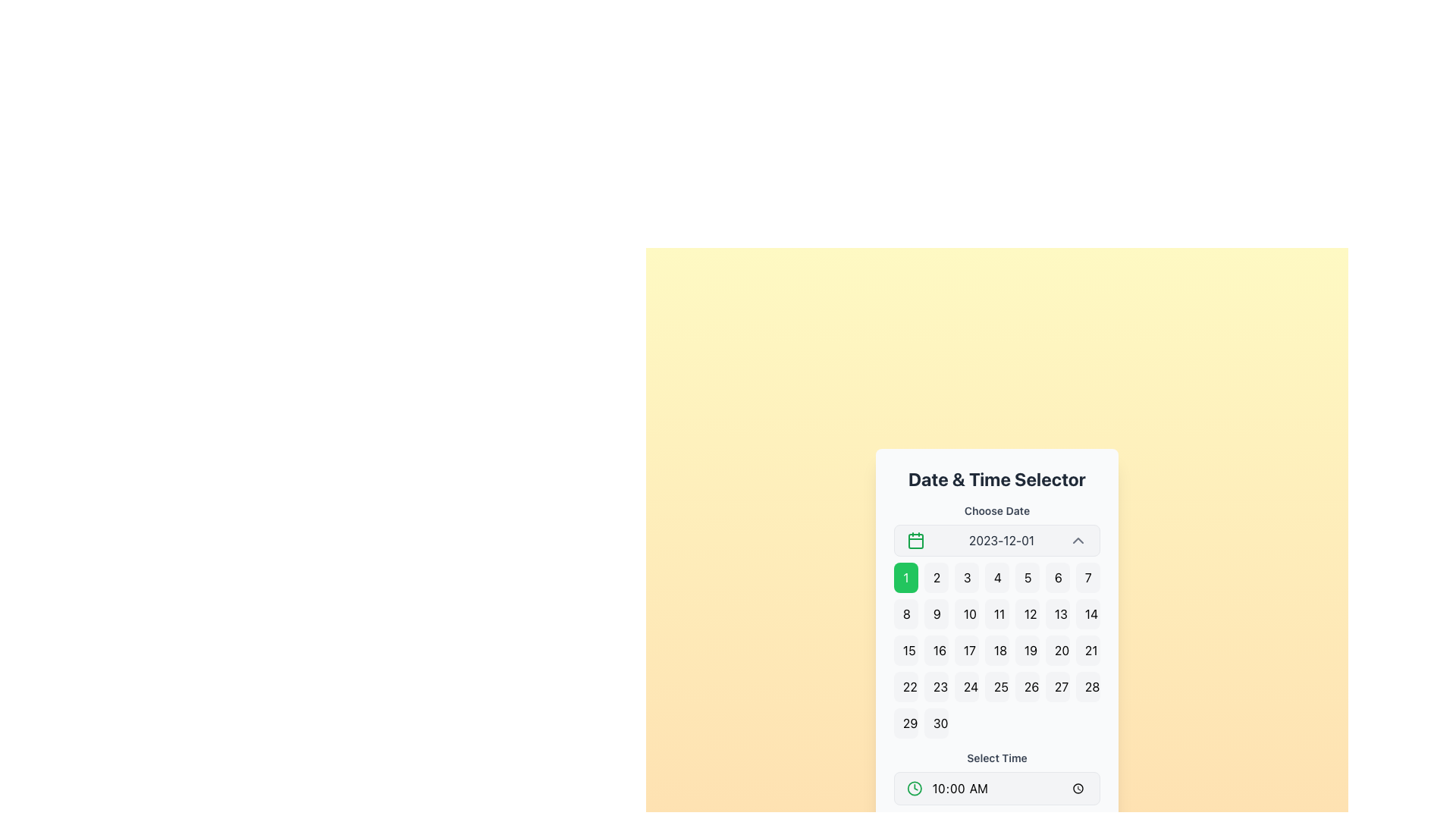 The image size is (1456, 819). I want to click on the button displaying the number '4' in the calendar grid, so click(997, 578).